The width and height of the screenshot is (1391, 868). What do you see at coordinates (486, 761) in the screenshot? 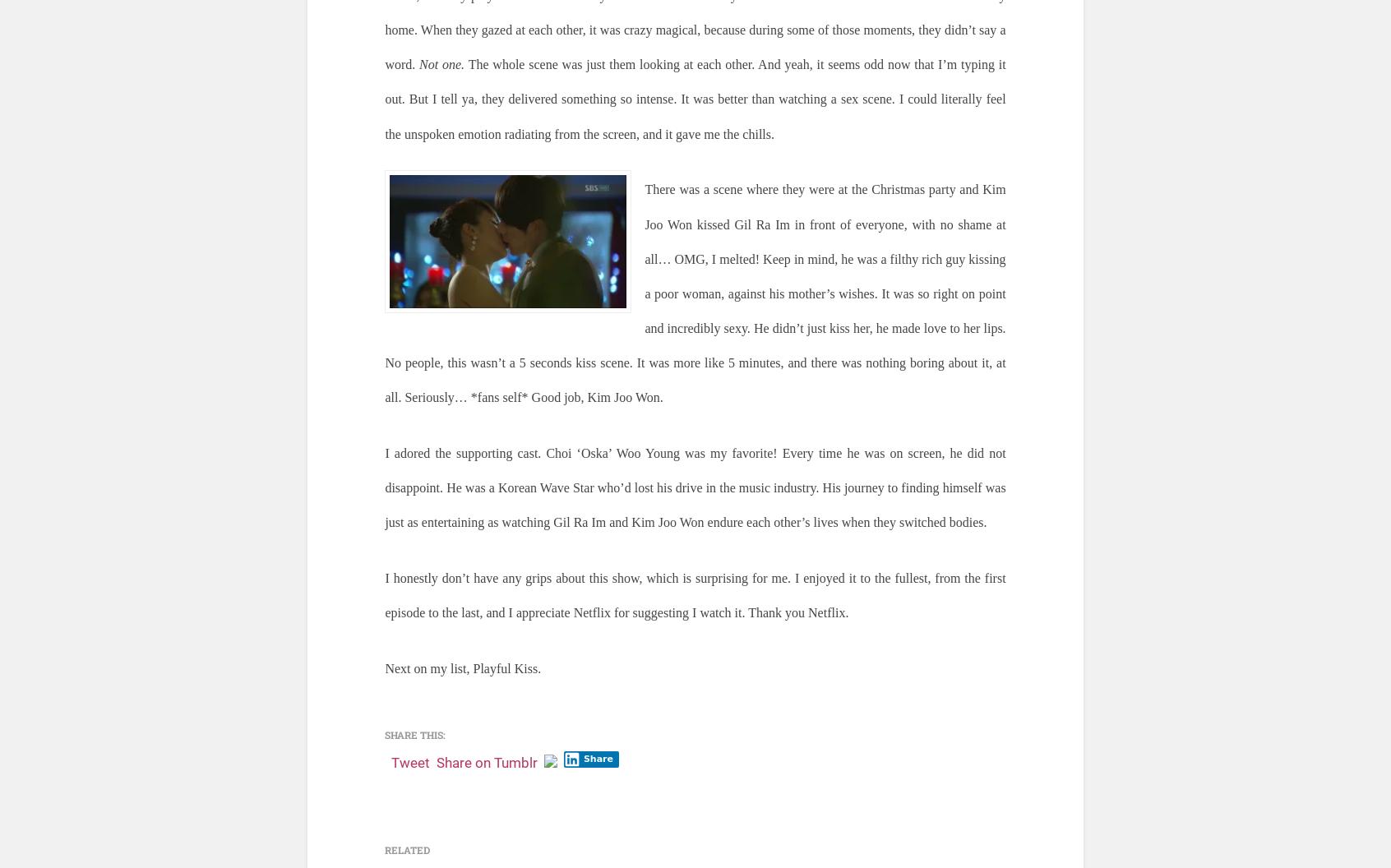
I see `'Share on Tumblr'` at bounding box center [486, 761].